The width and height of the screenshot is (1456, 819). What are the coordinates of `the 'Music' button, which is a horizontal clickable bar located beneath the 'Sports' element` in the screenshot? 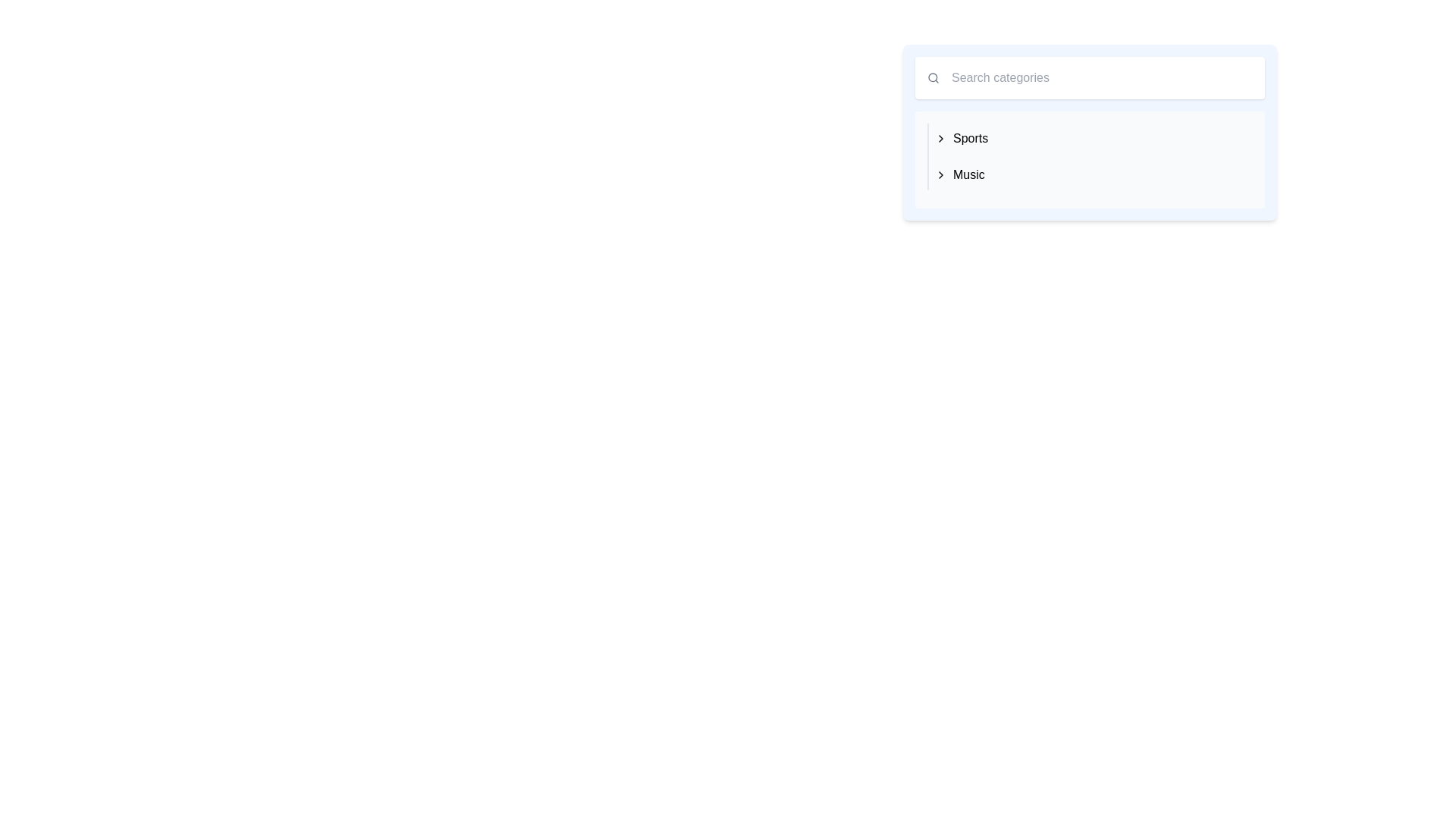 It's located at (959, 174).